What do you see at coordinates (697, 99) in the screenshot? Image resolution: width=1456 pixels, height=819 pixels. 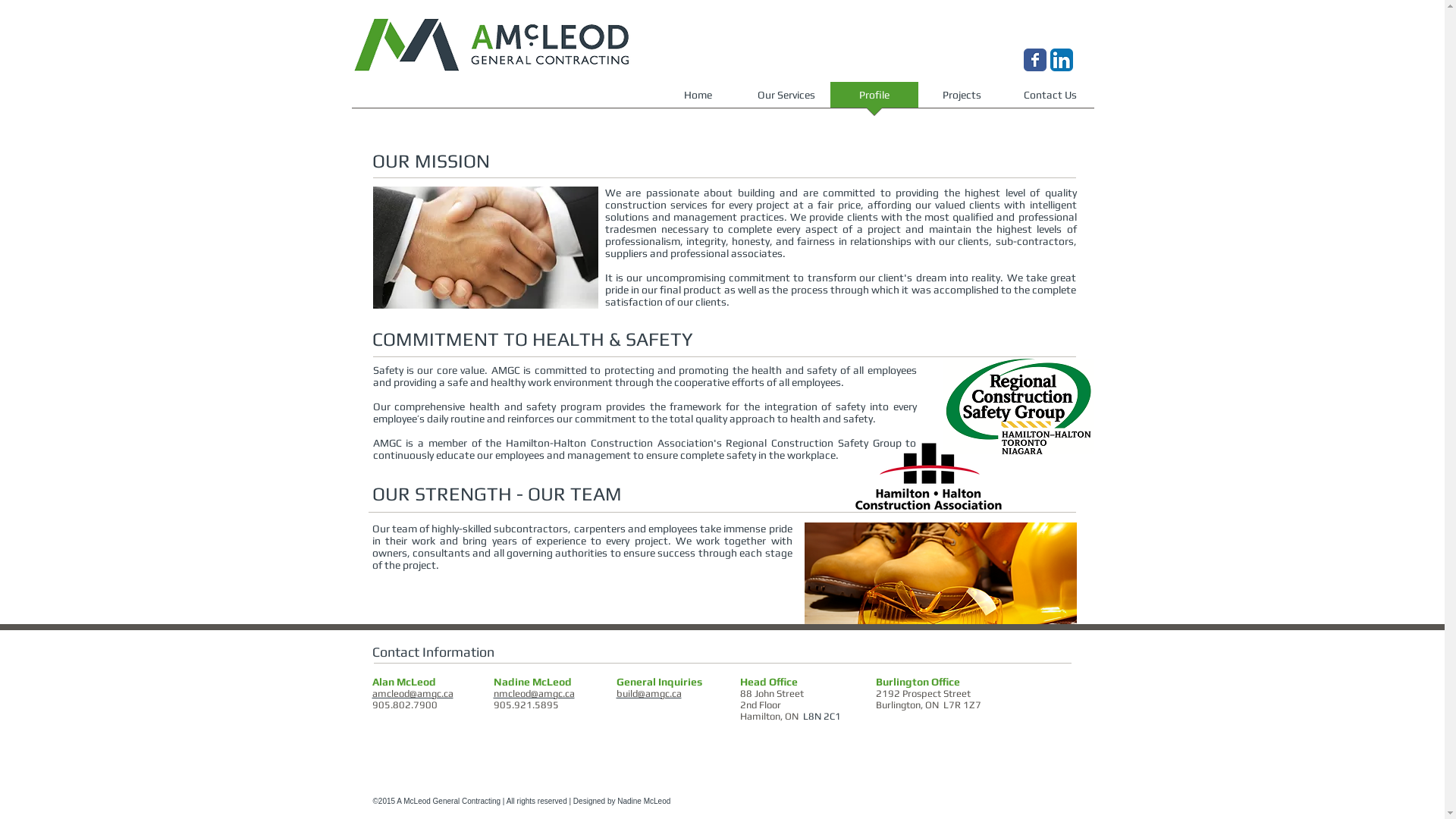 I see `'Home'` at bounding box center [697, 99].